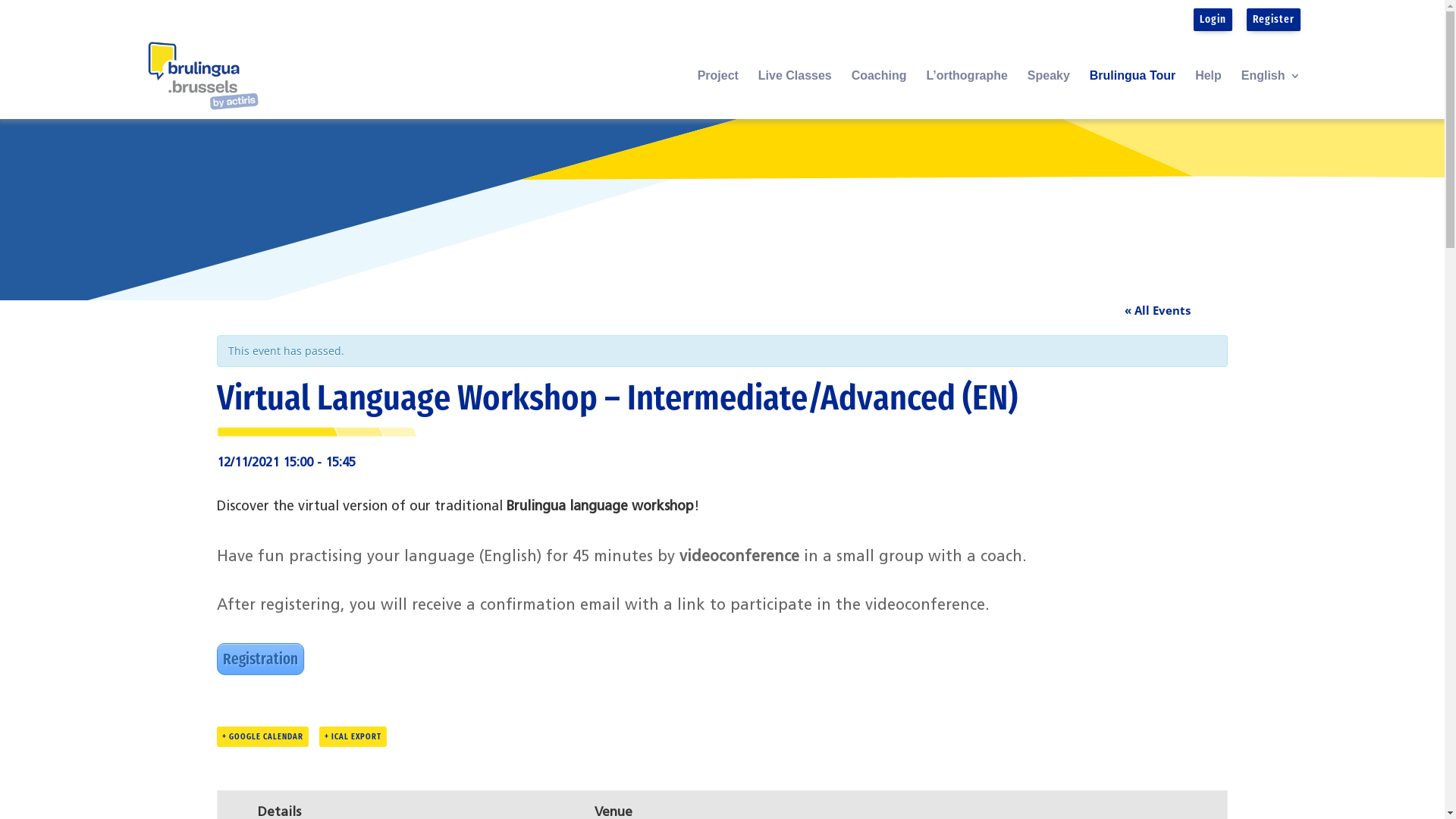 The height and width of the screenshot is (819, 1456). What do you see at coordinates (1273, 18) in the screenshot?
I see `'Register'` at bounding box center [1273, 18].